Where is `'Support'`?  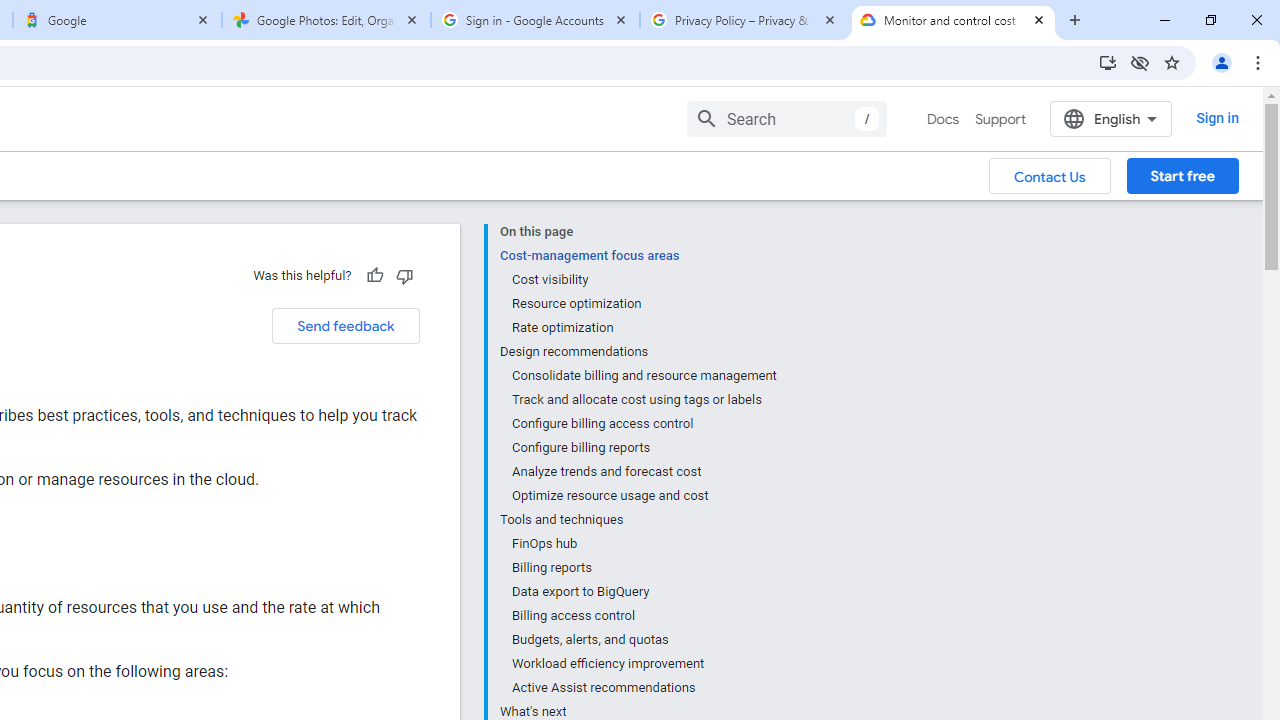
'Support' is located at coordinates (1000, 119).